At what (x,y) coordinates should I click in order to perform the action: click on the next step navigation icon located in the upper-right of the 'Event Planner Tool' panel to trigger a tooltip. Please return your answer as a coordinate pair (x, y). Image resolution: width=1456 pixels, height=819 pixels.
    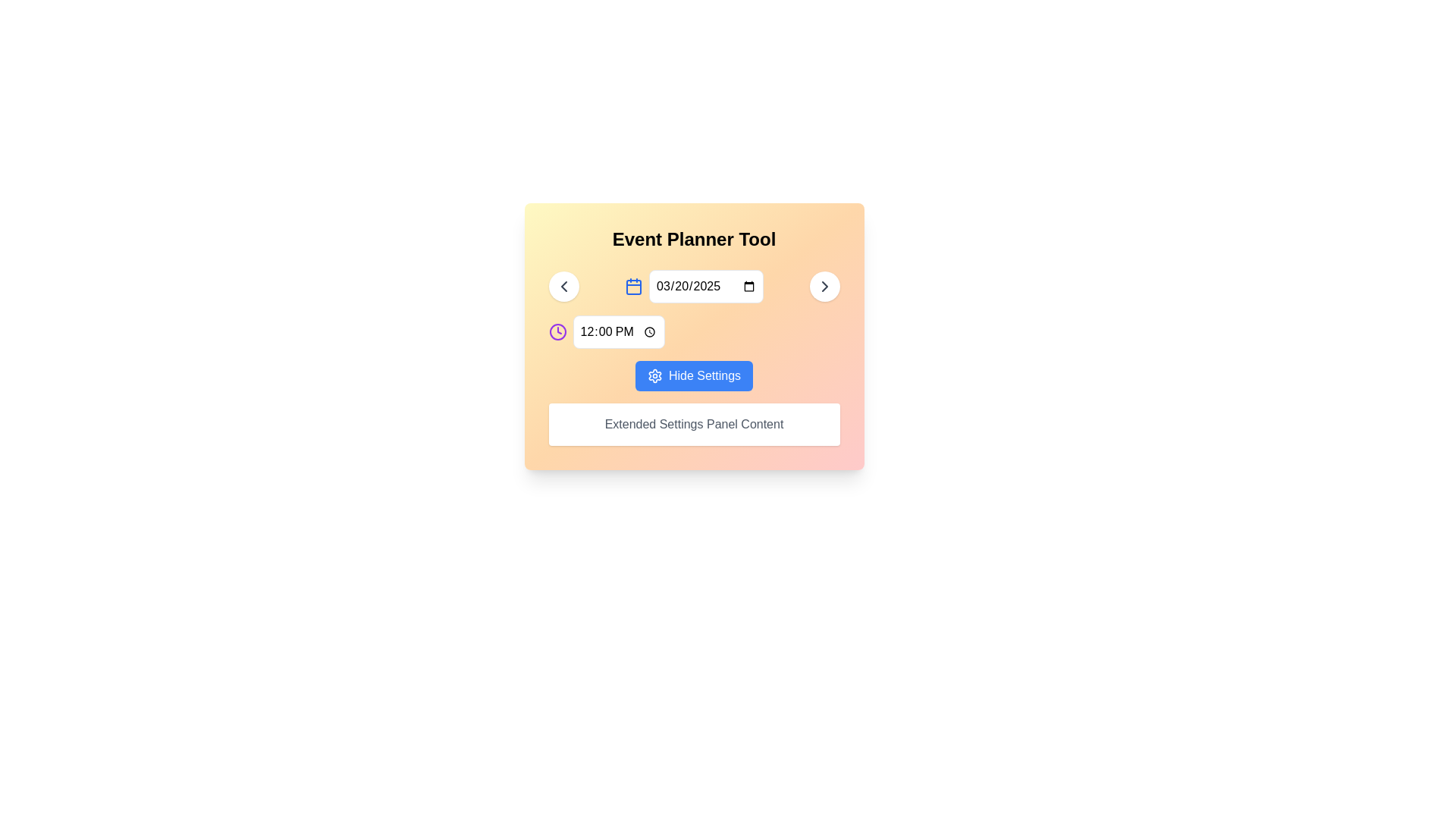
    Looking at the image, I should click on (824, 287).